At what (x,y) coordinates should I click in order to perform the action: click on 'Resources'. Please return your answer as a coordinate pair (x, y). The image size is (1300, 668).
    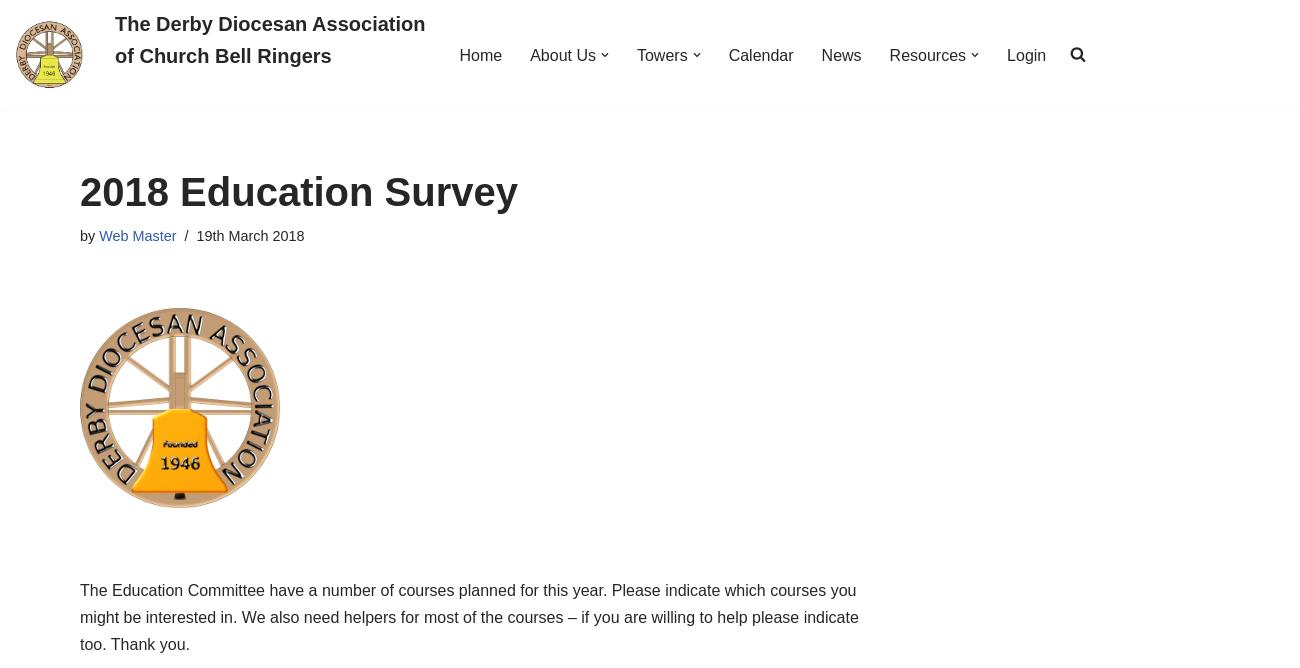
    Looking at the image, I should click on (927, 54).